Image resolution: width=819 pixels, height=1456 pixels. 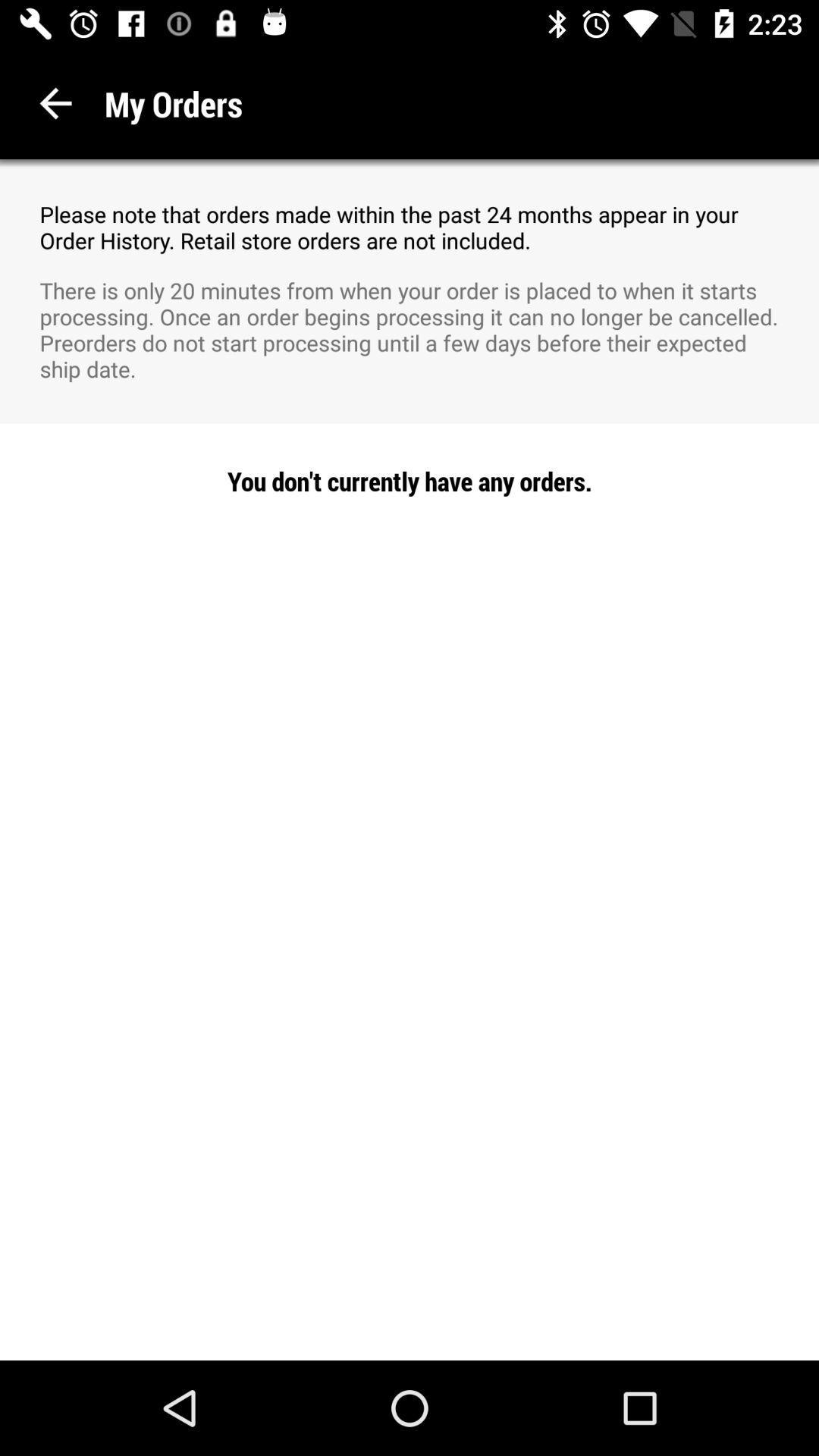 I want to click on the item to the left of the my orders item, so click(x=55, y=102).